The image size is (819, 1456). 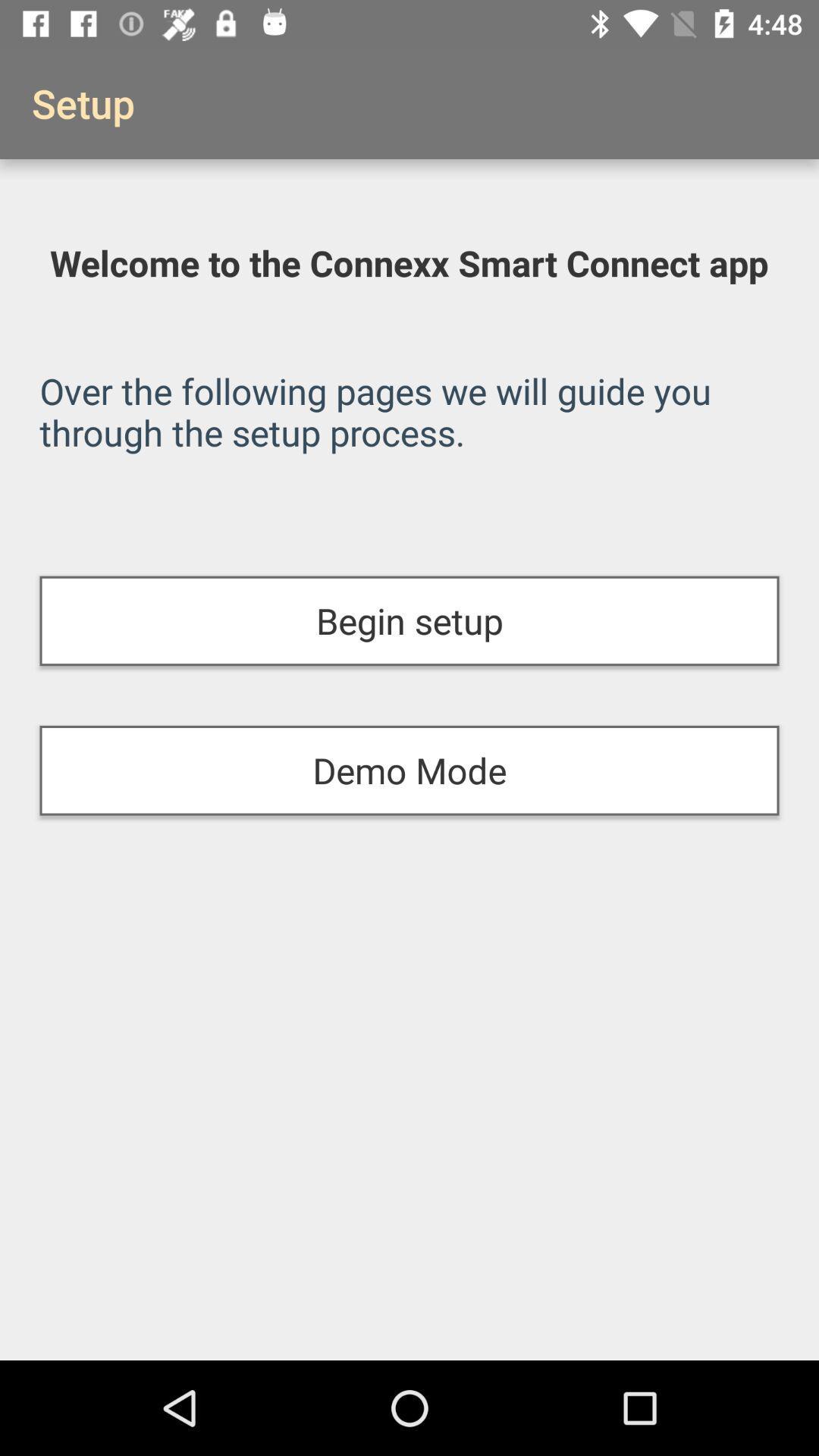 What do you see at coordinates (409, 621) in the screenshot?
I see `the item above demo mode item` at bounding box center [409, 621].